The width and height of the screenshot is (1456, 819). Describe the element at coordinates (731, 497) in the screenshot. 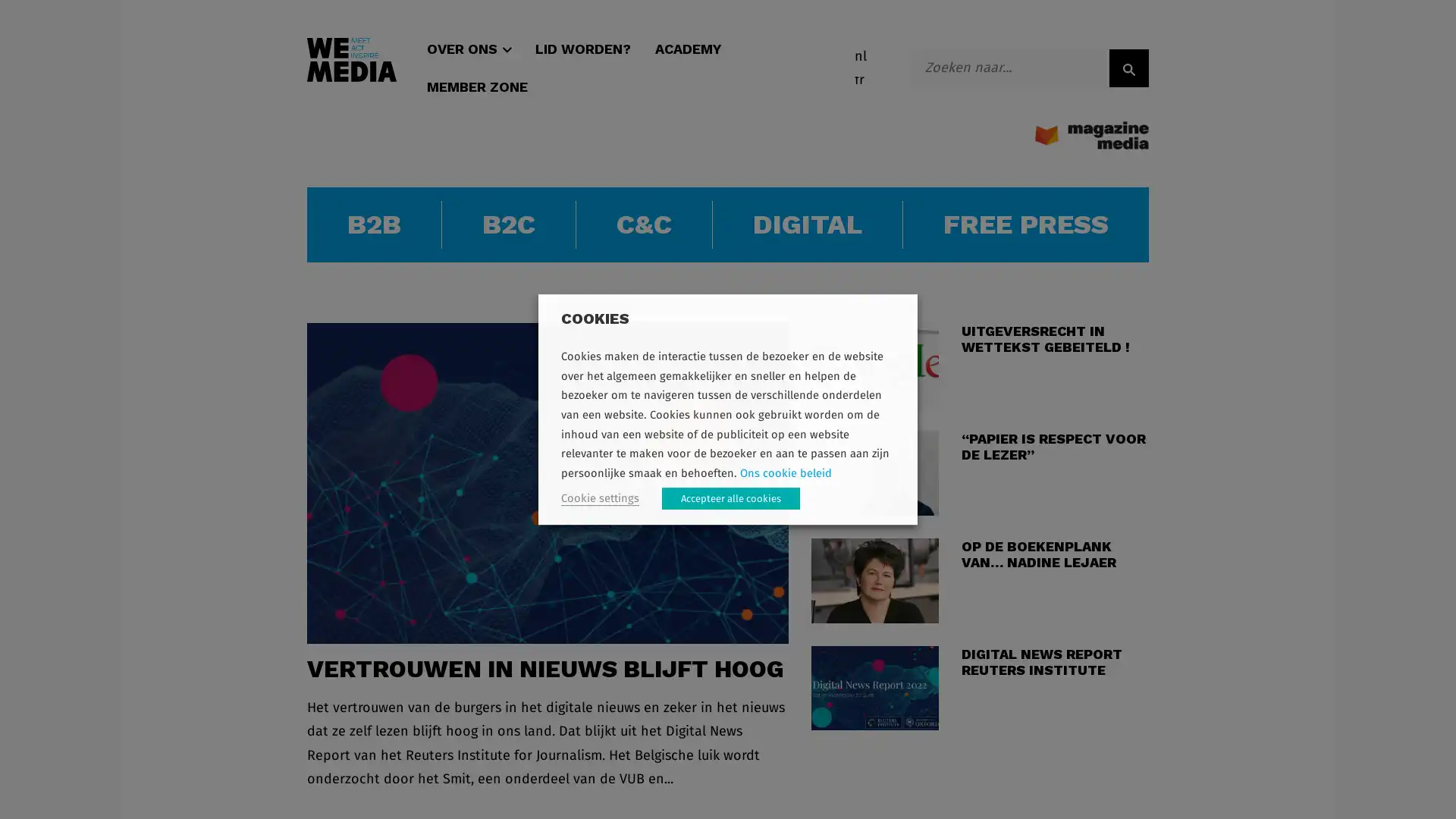

I see `Accepteer alle cookies` at that location.